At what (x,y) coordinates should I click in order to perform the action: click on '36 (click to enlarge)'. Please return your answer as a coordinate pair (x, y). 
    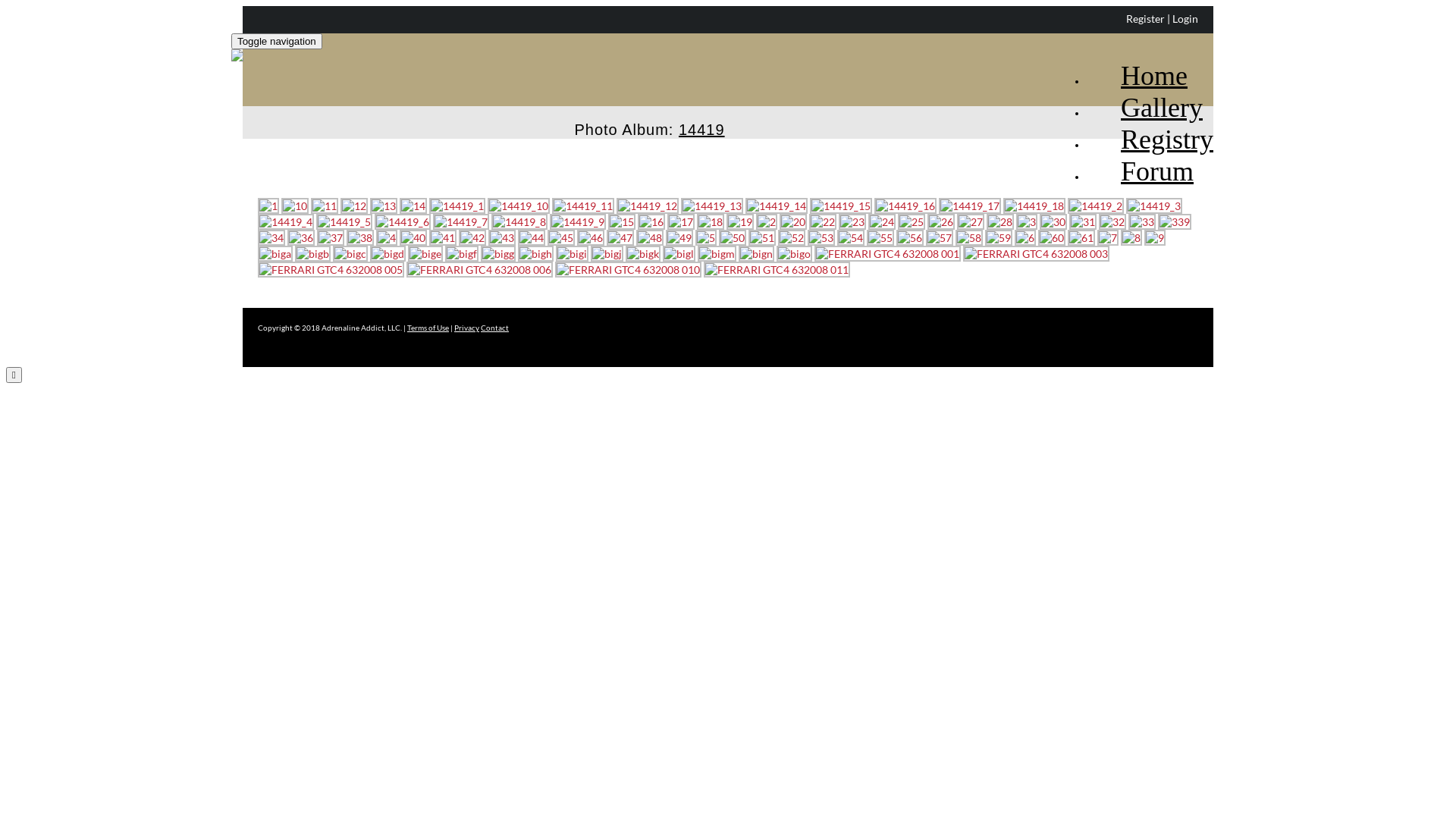
    Looking at the image, I should click on (301, 237).